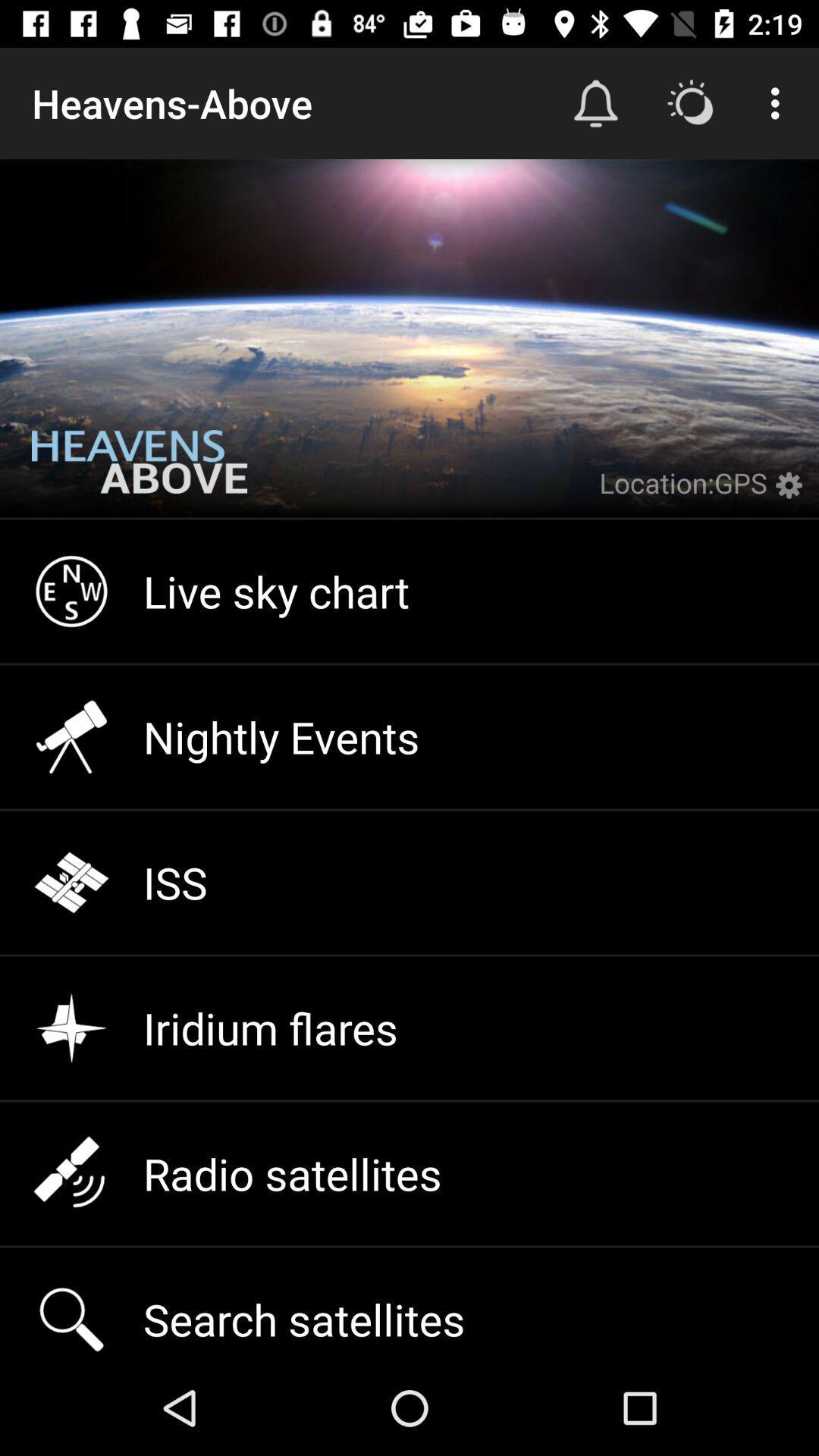  Describe the element at coordinates (409, 1303) in the screenshot. I see `icon below the radio satellites icon` at that location.